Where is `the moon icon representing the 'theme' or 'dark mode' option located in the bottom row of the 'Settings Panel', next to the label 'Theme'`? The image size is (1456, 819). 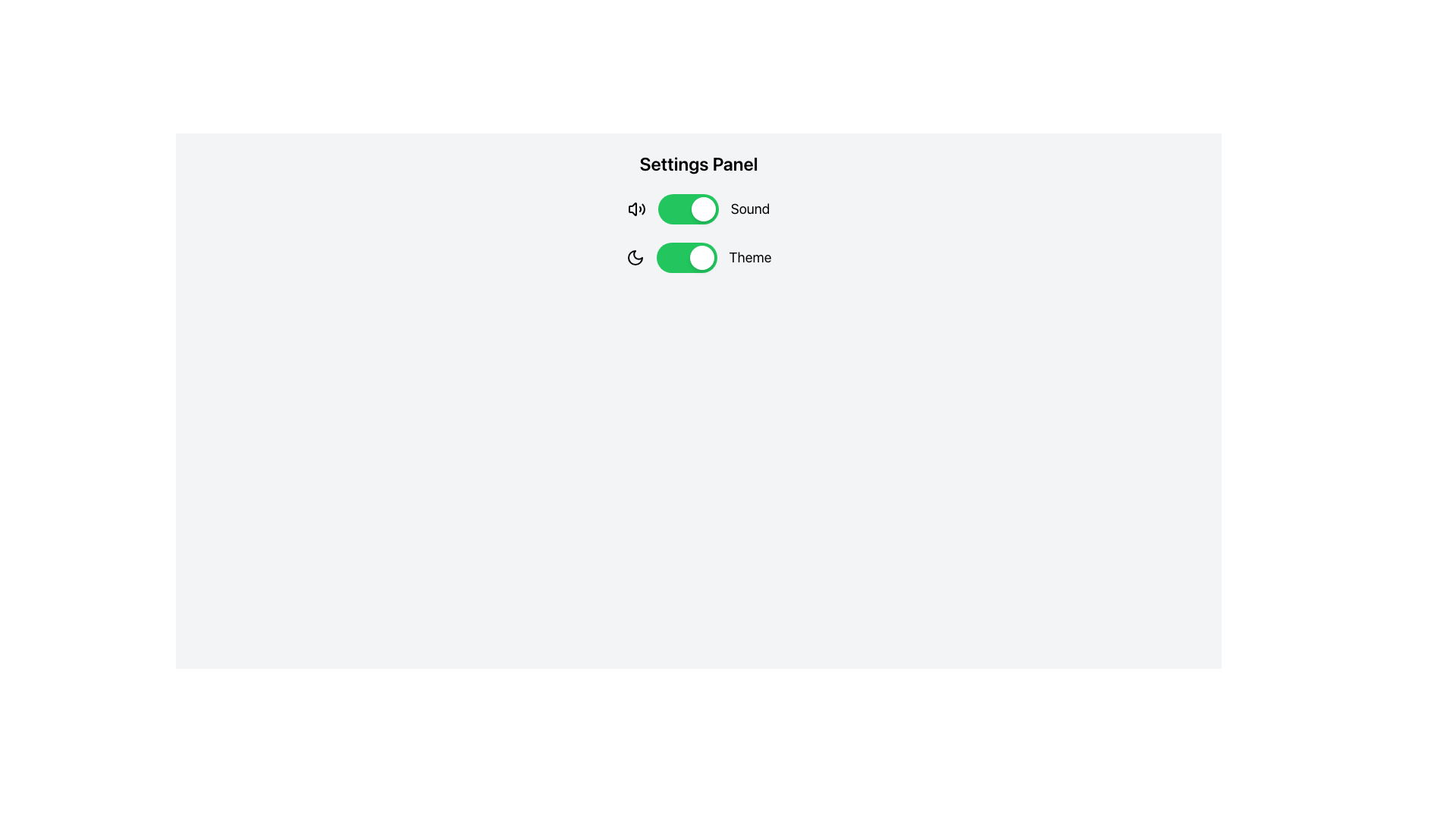 the moon icon representing the 'theme' or 'dark mode' option located in the bottom row of the 'Settings Panel', next to the label 'Theme' is located at coordinates (635, 256).